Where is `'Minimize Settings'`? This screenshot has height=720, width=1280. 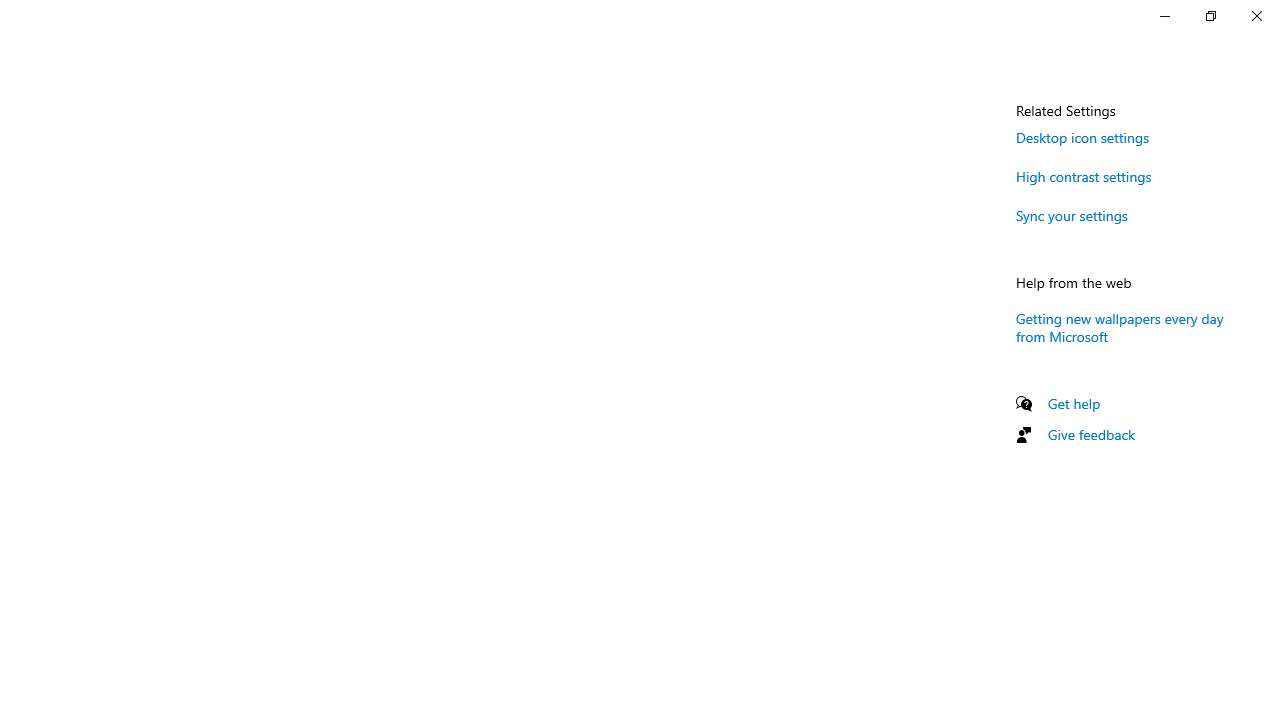
'Minimize Settings' is located at coordinates (1164, 15).